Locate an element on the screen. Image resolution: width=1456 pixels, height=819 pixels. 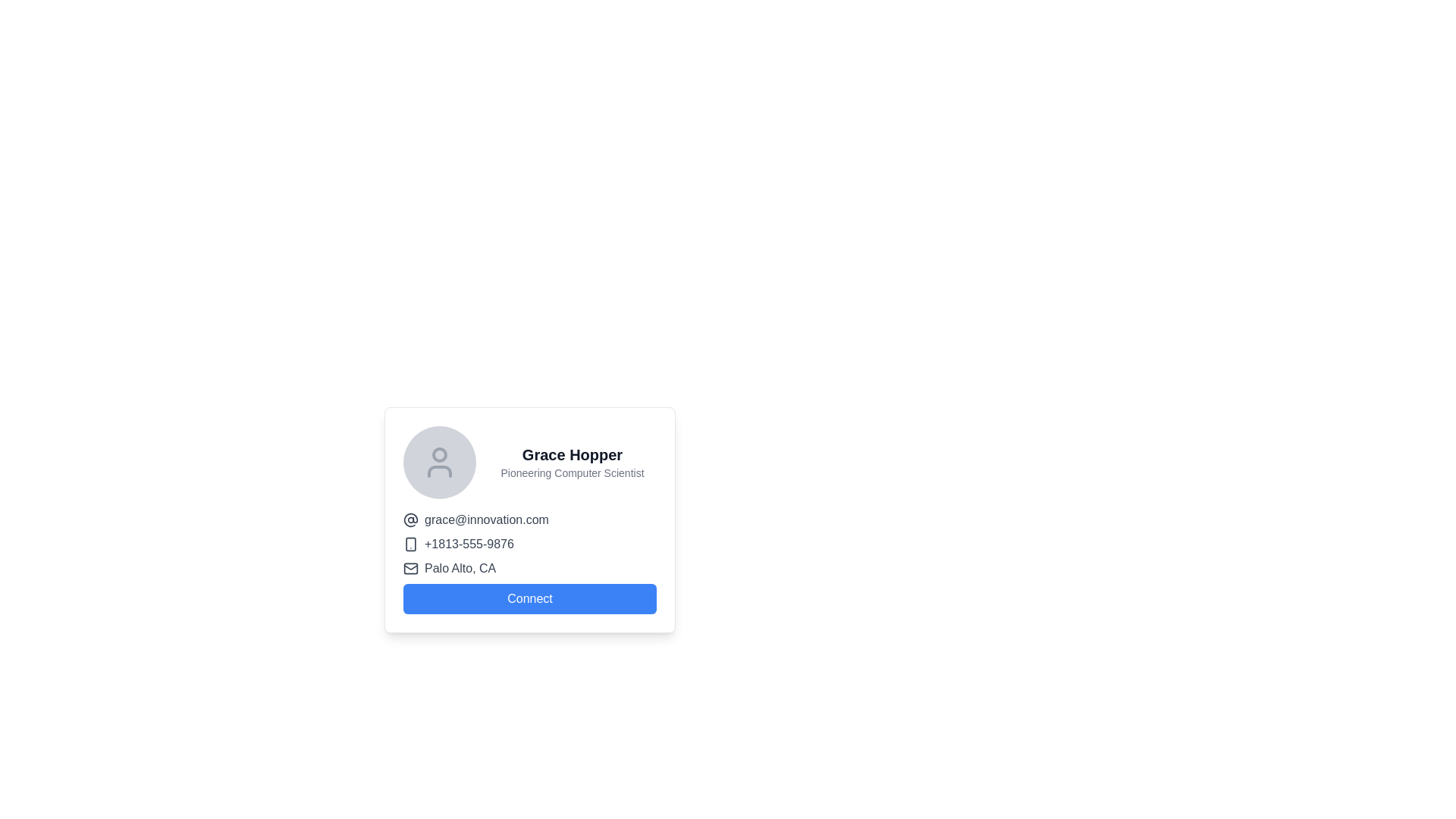
the location indicator icon located to the left of the text 'Palo Alto, CA' is located at coordinates (411, 568).